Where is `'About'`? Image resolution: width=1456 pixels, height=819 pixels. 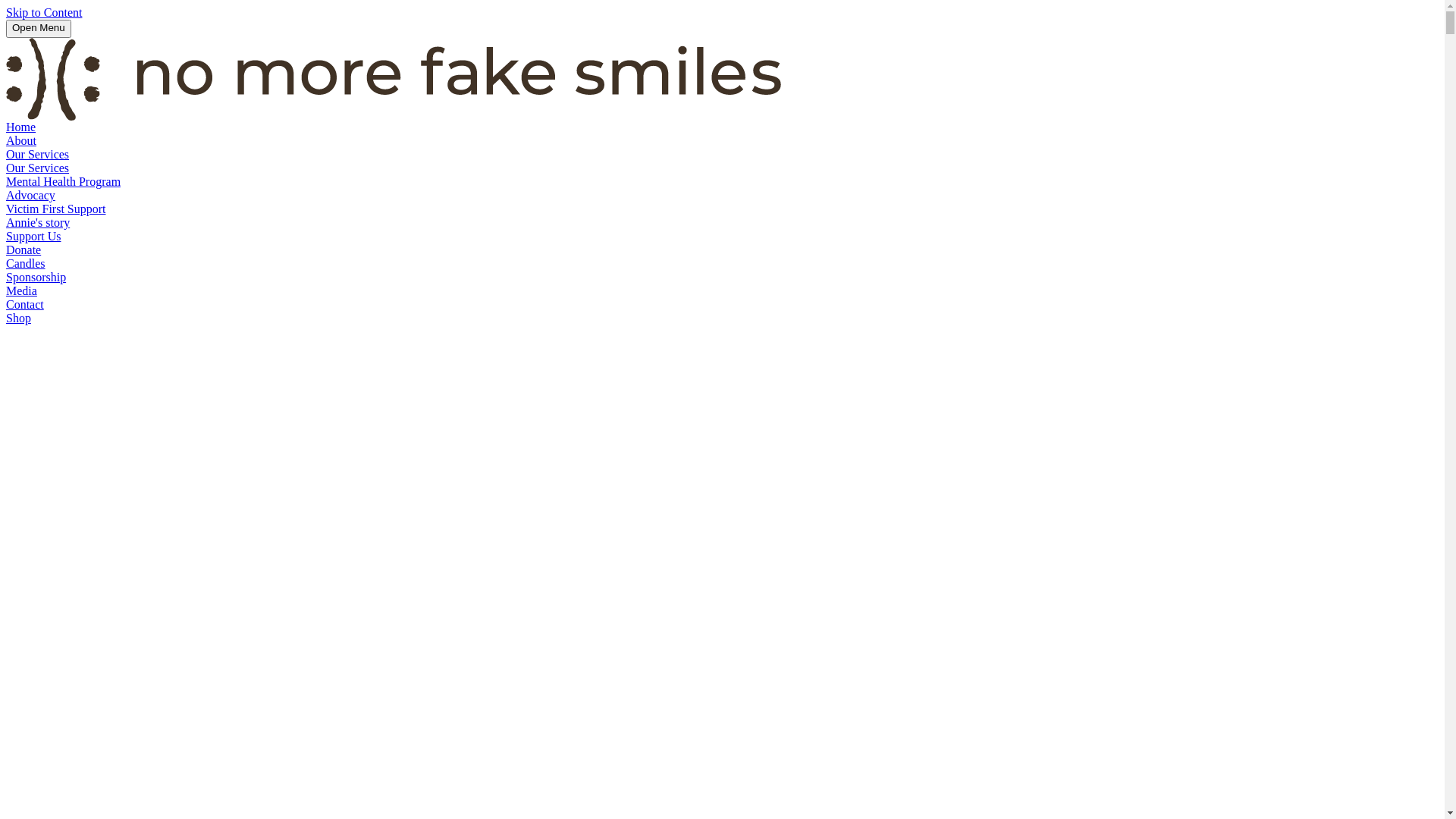 'About' is located at coordinates (6, 140).